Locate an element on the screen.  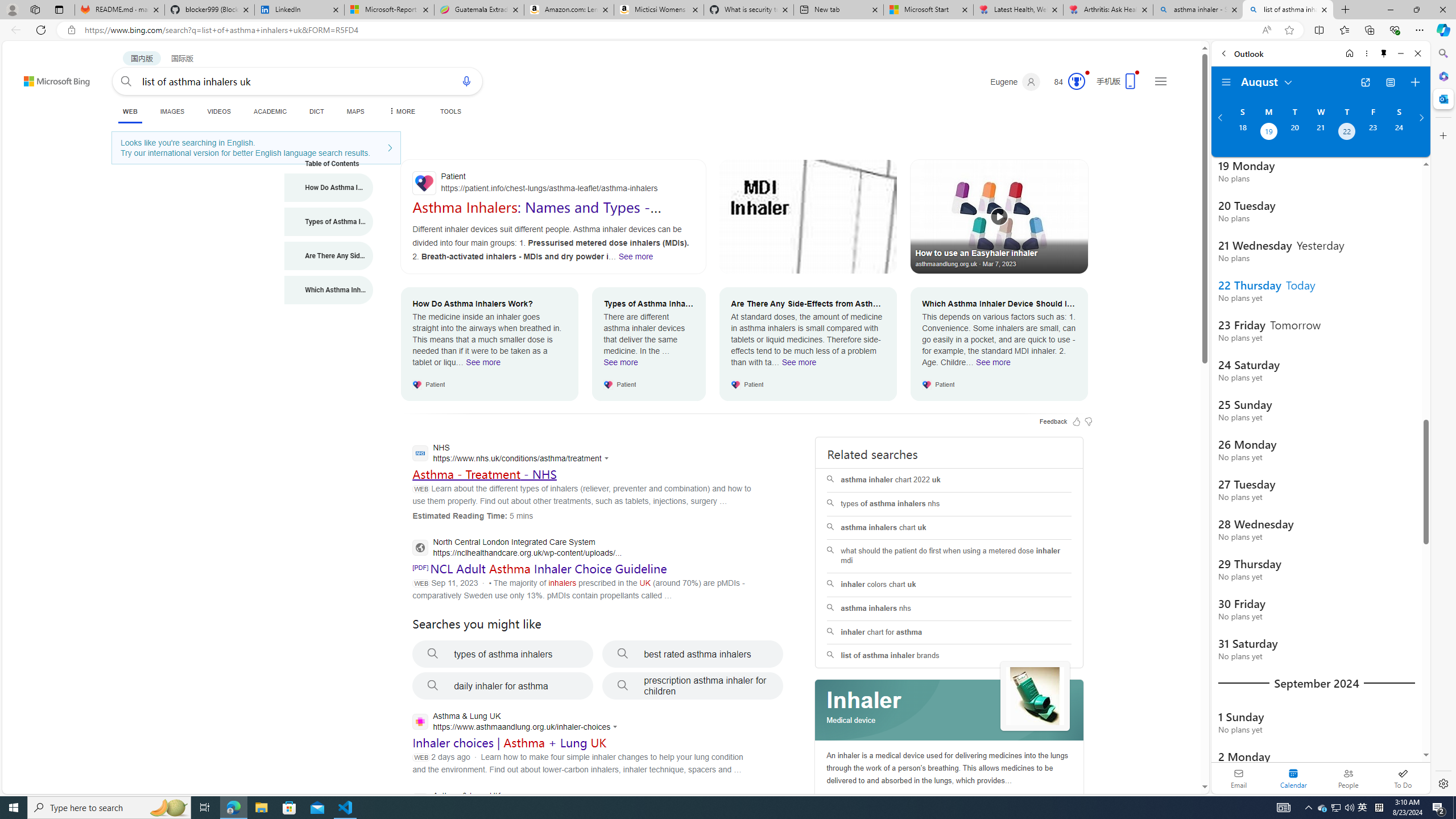
'Wednesday, August 21, 2024. ' is located at coordinates (1319, 133).